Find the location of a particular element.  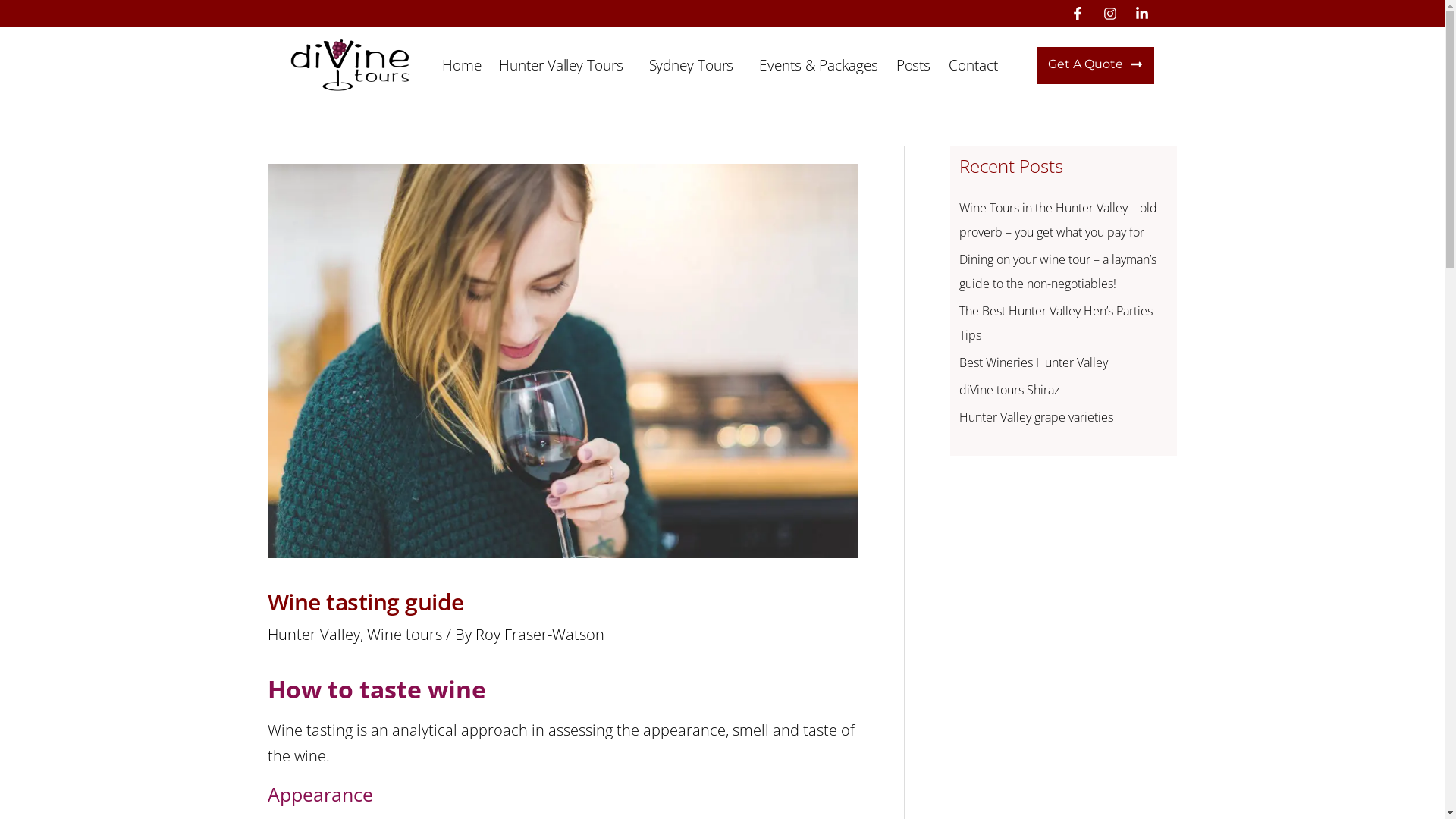

'Posts' is located at coordinates (912, 64).